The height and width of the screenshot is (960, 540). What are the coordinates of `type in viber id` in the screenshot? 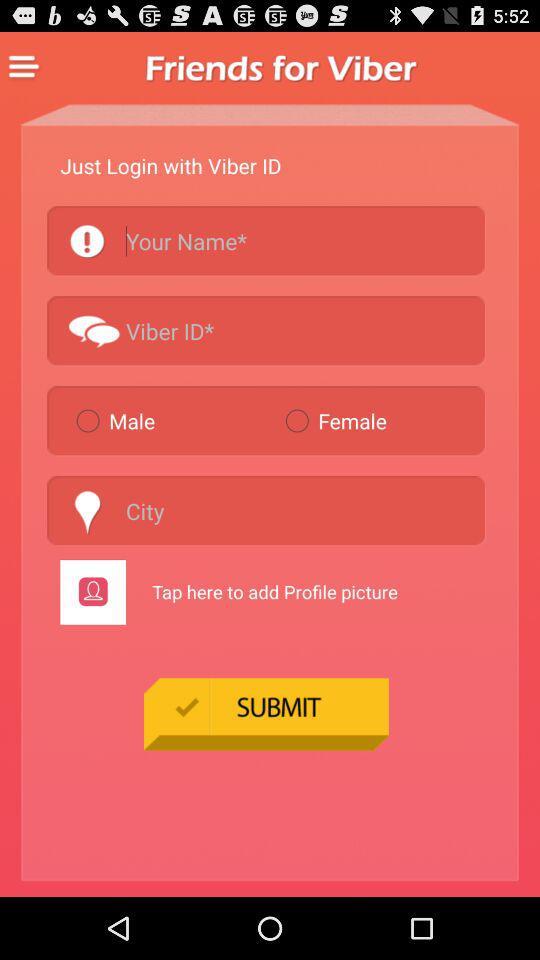 It's located at (266, 330).